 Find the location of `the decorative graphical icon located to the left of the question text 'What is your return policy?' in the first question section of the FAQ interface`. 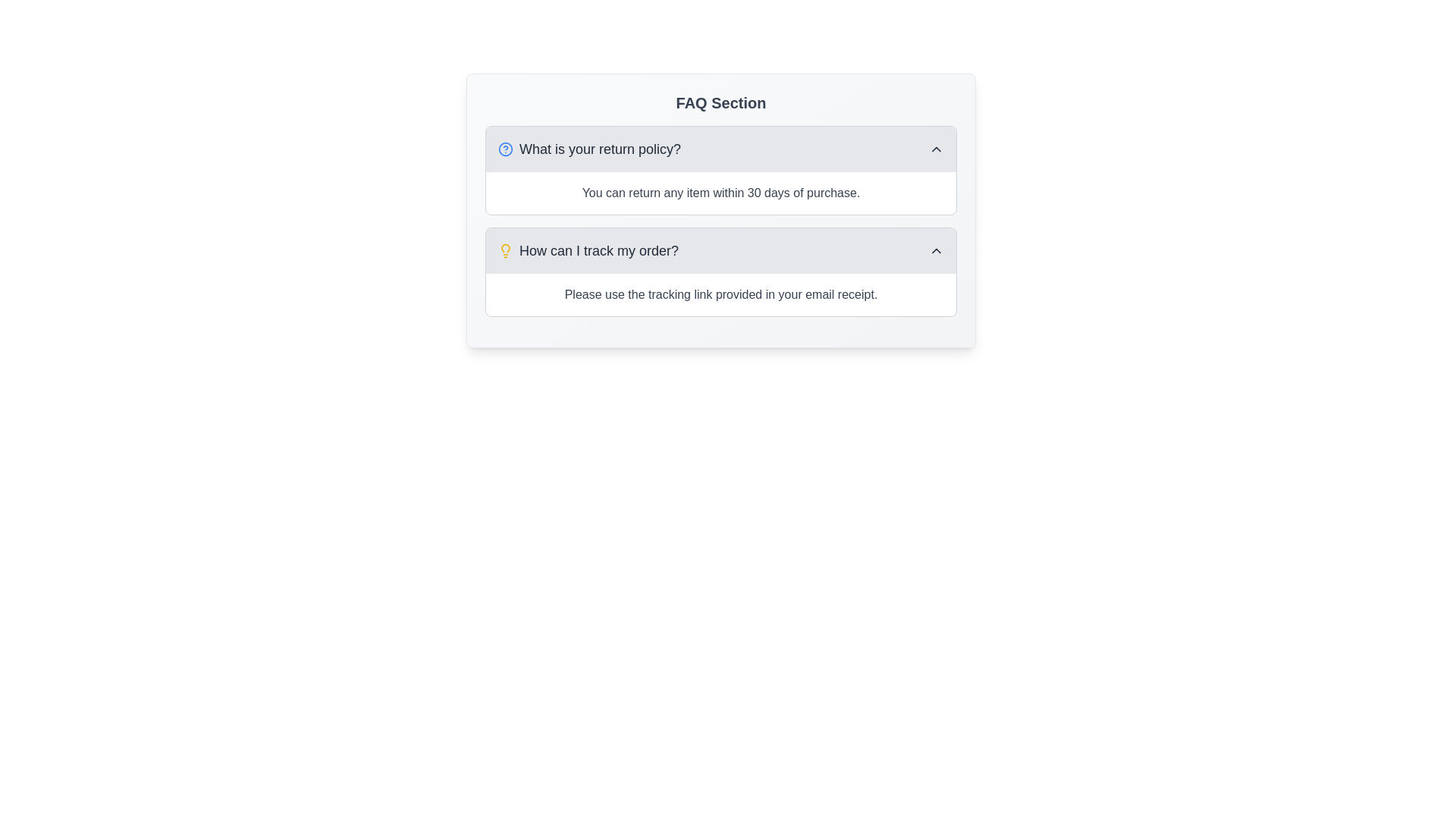

the decorative graphical icon located to the left of the question text 'What is your return policy?' in the first question section of the FAQ interface is located at coordinates (506, 149).